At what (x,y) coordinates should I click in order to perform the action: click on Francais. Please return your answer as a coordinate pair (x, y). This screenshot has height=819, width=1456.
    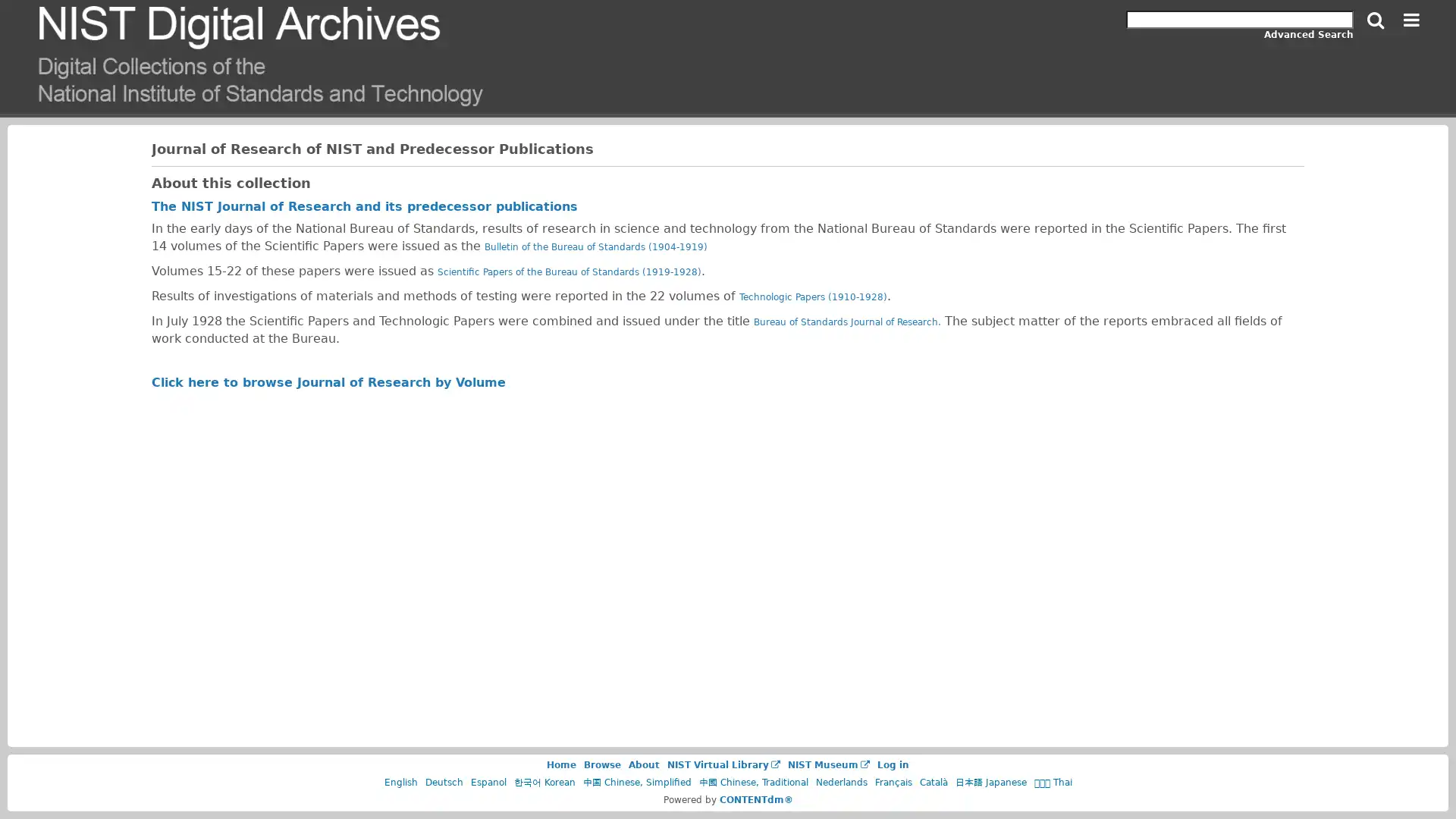
    Looking at the image, I should click on (893, 783).